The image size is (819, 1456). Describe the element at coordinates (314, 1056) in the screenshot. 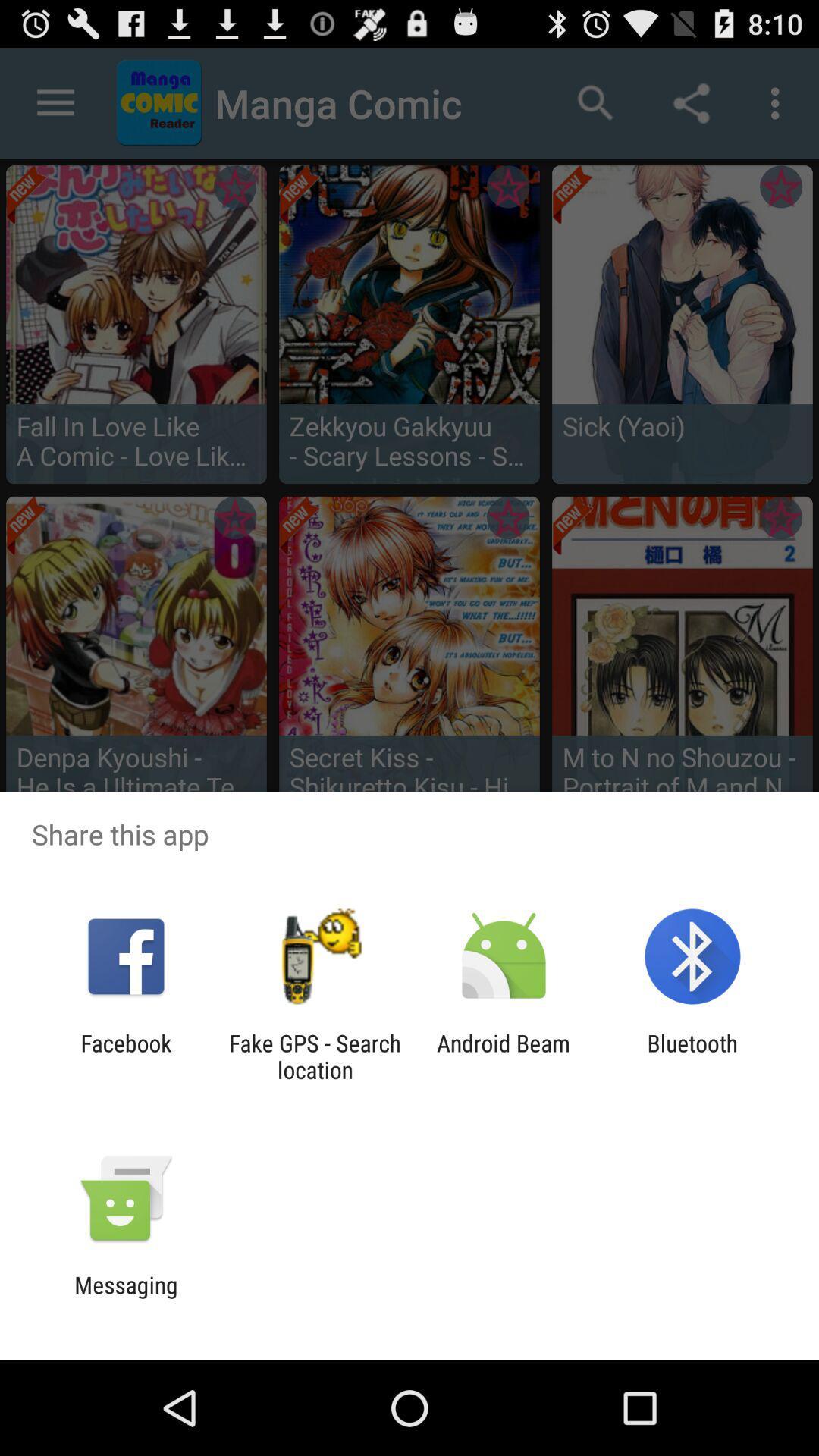

I see `app next to android beam app` at that location.